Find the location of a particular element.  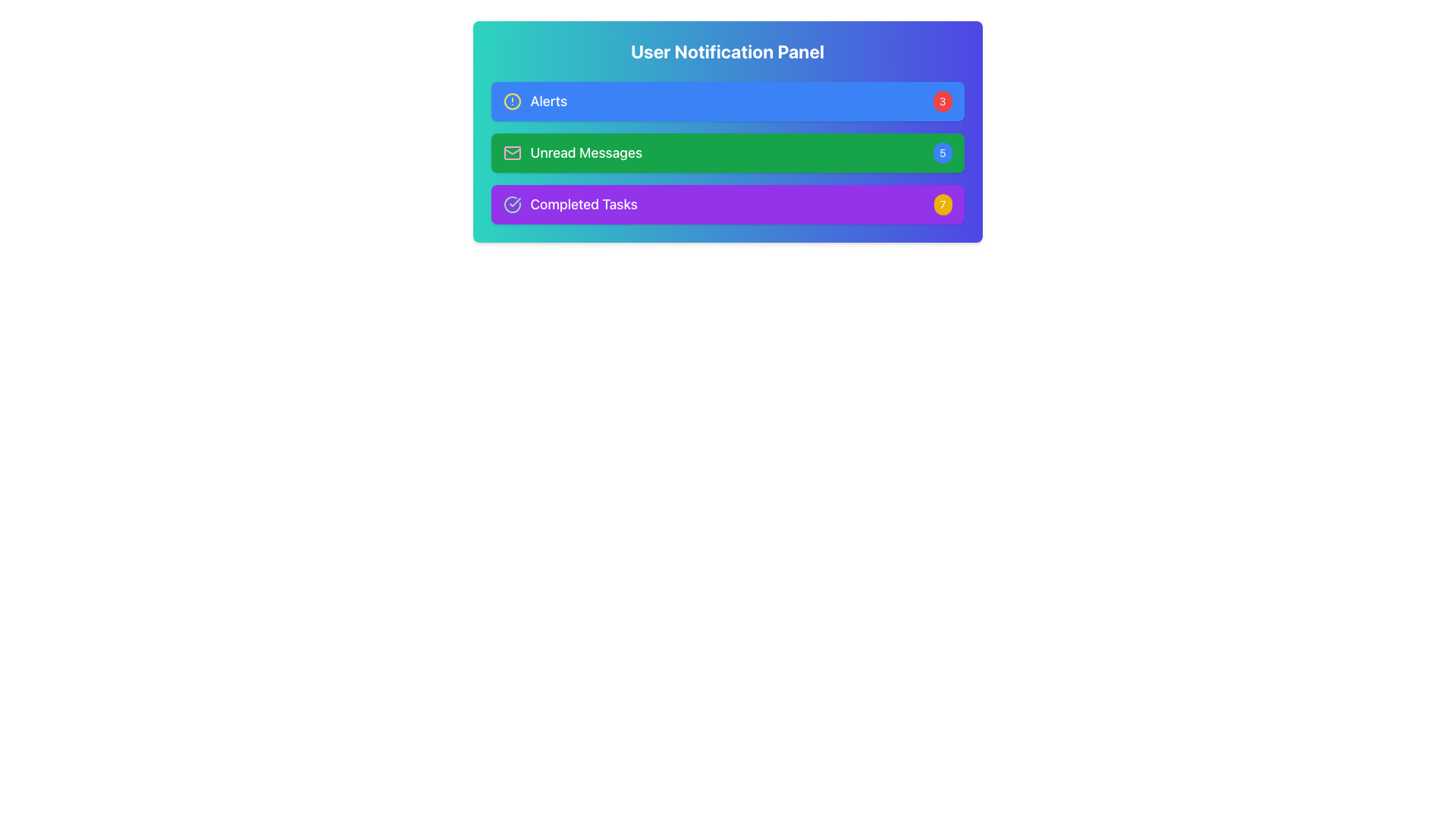

the alert icon located to the left of the 'Alerts' text in the blue section of the User Notification Panel is located at coordinates (512, 102).